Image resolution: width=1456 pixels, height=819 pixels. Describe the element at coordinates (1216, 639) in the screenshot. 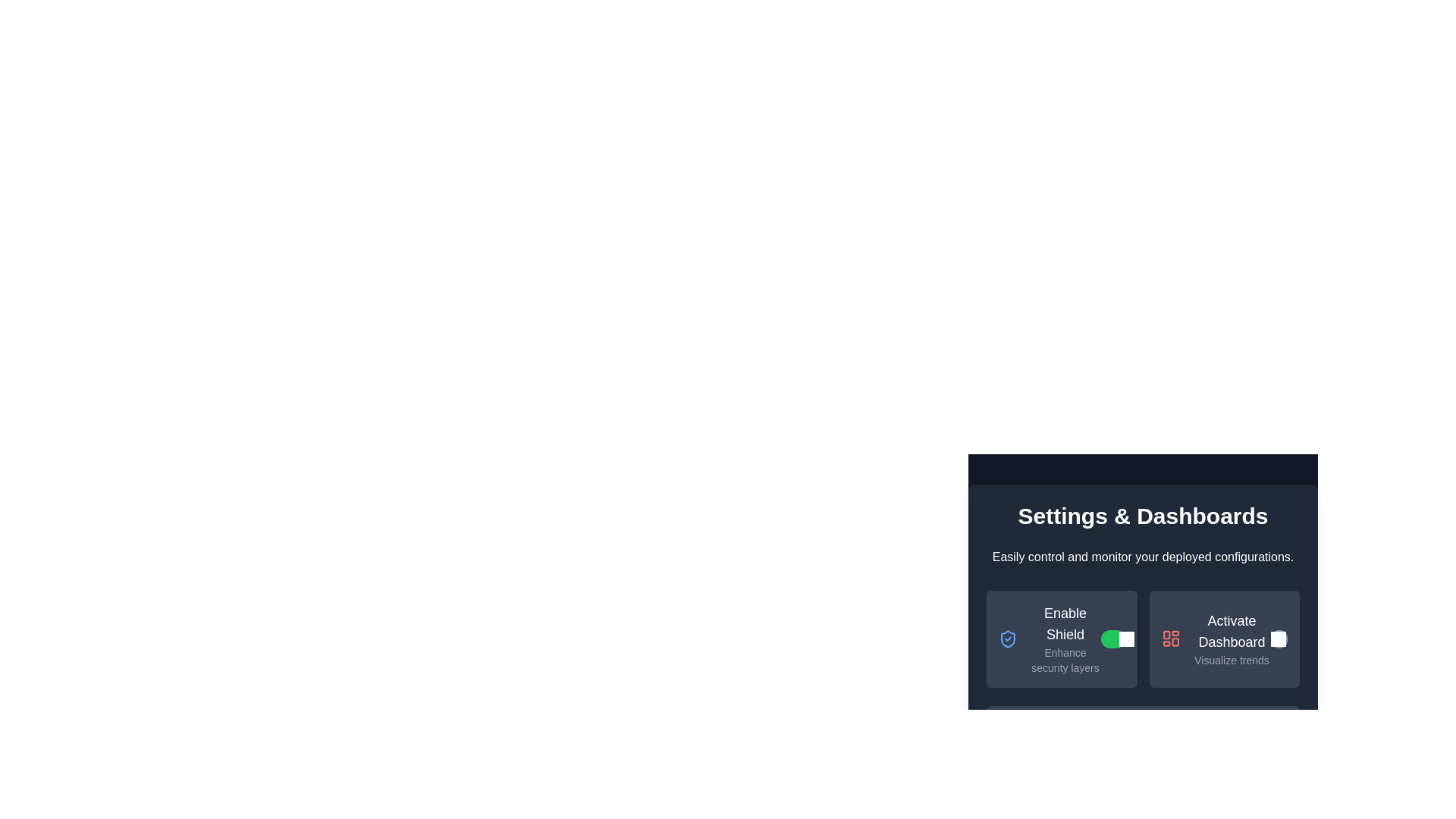

I see `the 'Activate Dashboard' button, which features two lines of text and an icon of interconnected squares styled in red, located as the second option in a row of cards` at that location.